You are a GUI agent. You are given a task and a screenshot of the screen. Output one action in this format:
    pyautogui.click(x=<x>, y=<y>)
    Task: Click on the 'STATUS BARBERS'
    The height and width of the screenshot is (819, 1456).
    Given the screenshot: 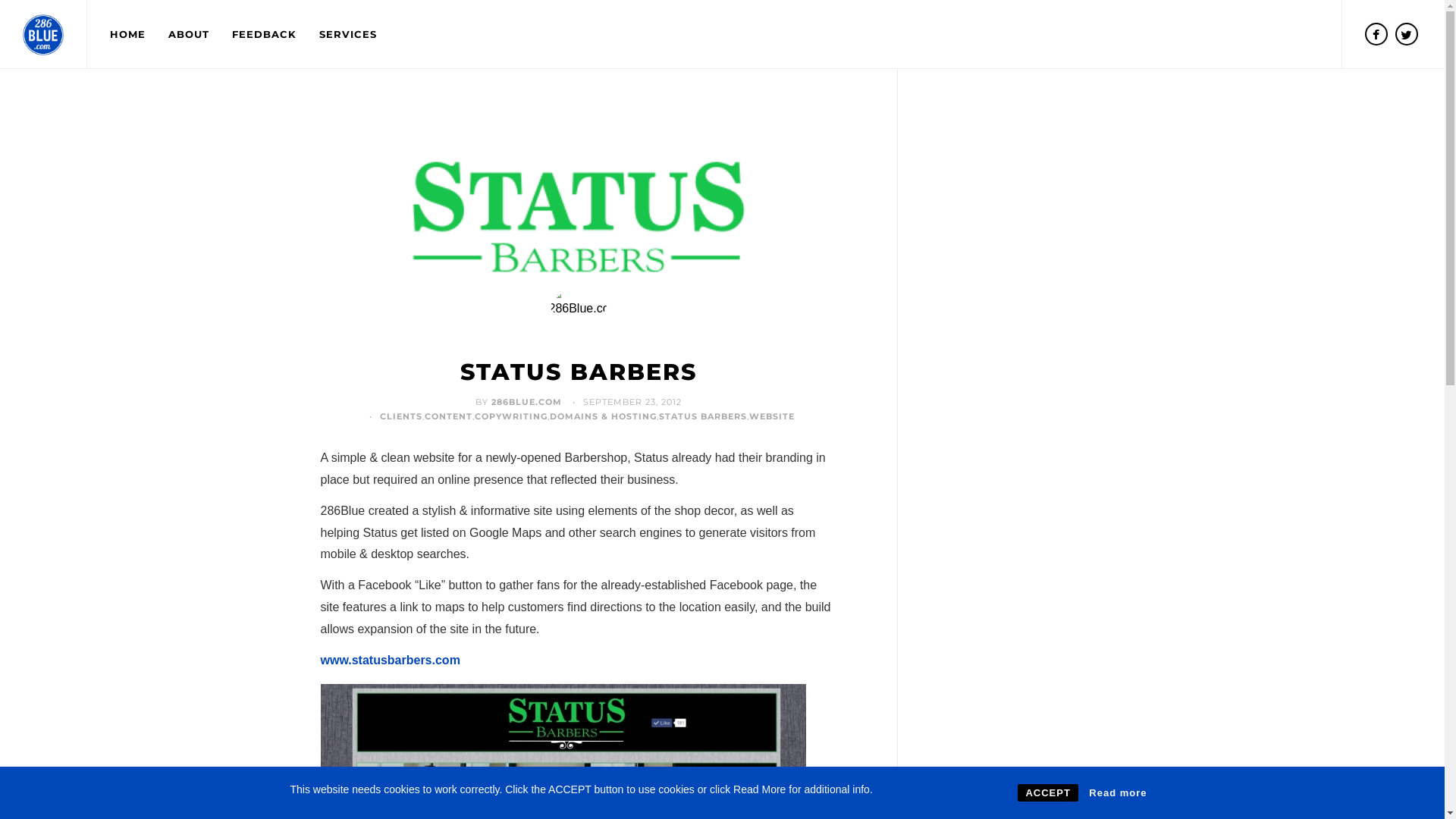 What is the action you would take?
    pyautogui.click(x=577, y=372)
    